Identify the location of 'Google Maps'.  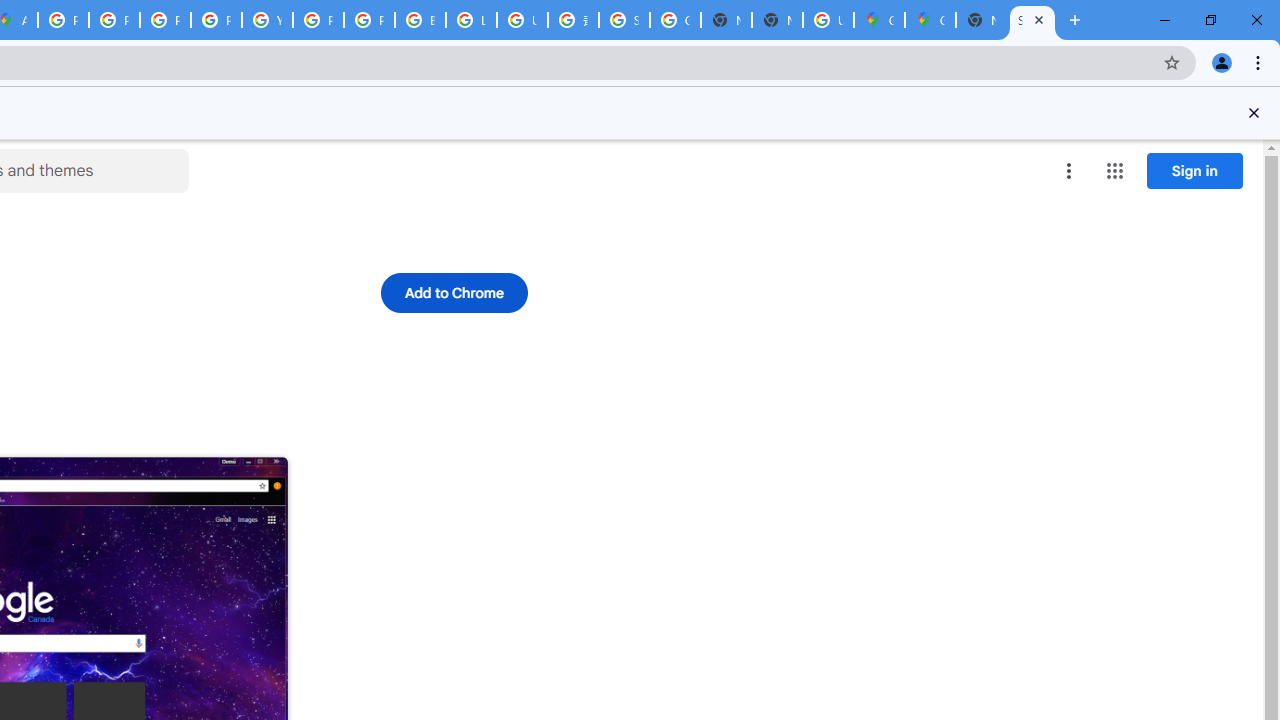
(929, 20).